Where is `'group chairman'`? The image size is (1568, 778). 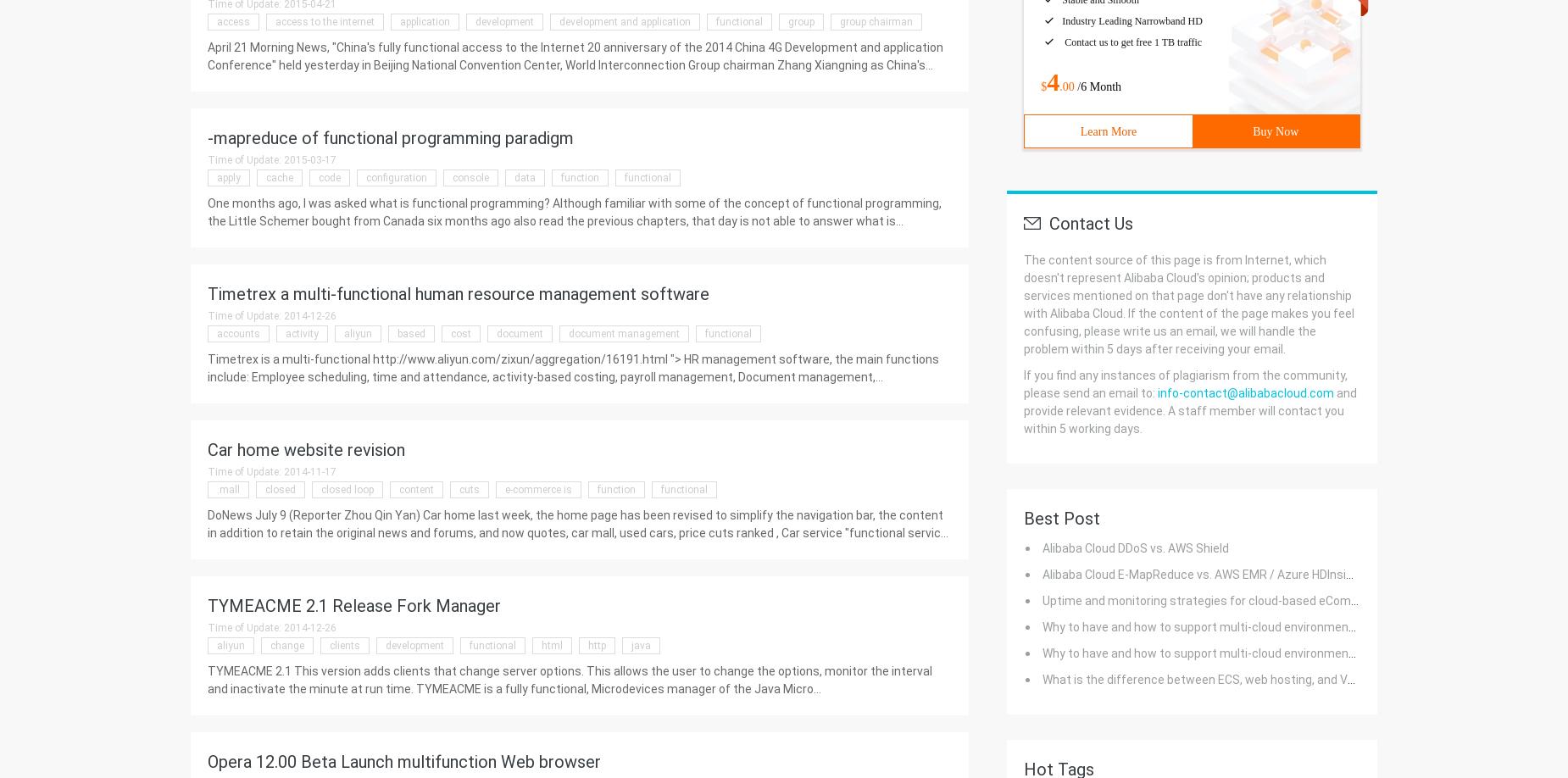
'group chairman' is located at coordinates (875, 21).